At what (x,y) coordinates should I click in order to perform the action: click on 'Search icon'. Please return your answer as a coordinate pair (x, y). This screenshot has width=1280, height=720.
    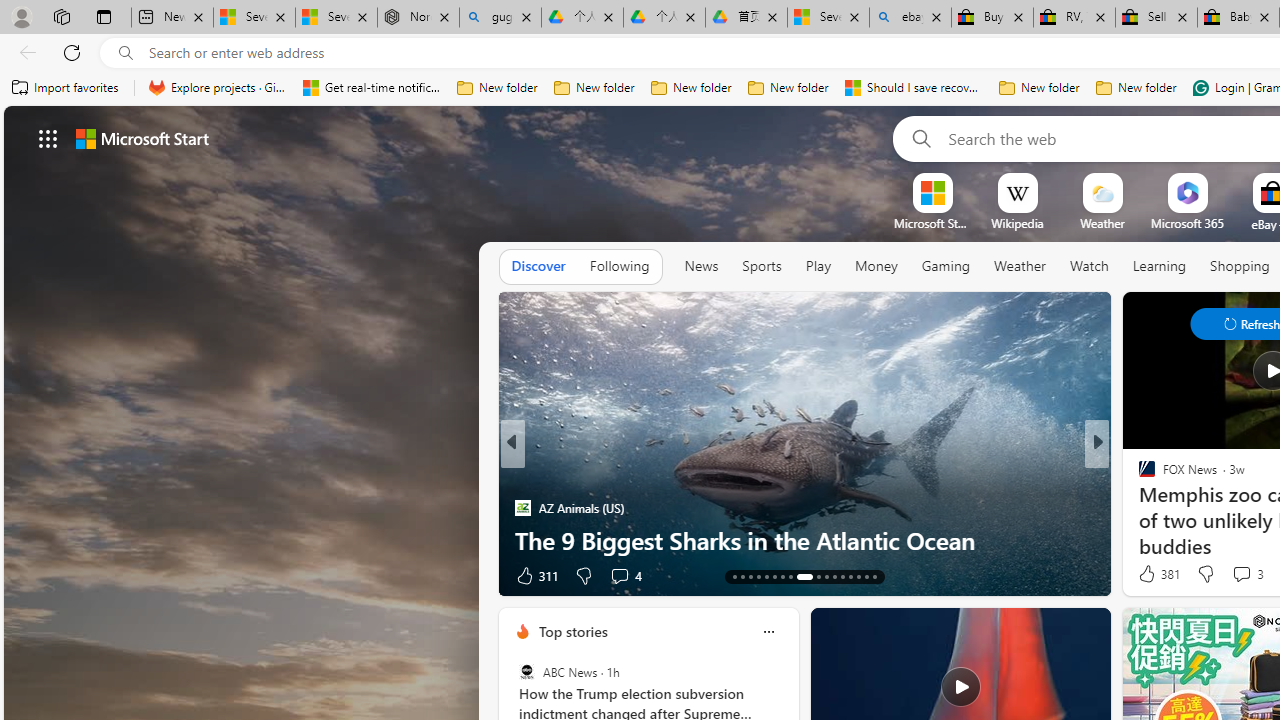
    Looking at the image, I should click on (125, 52).